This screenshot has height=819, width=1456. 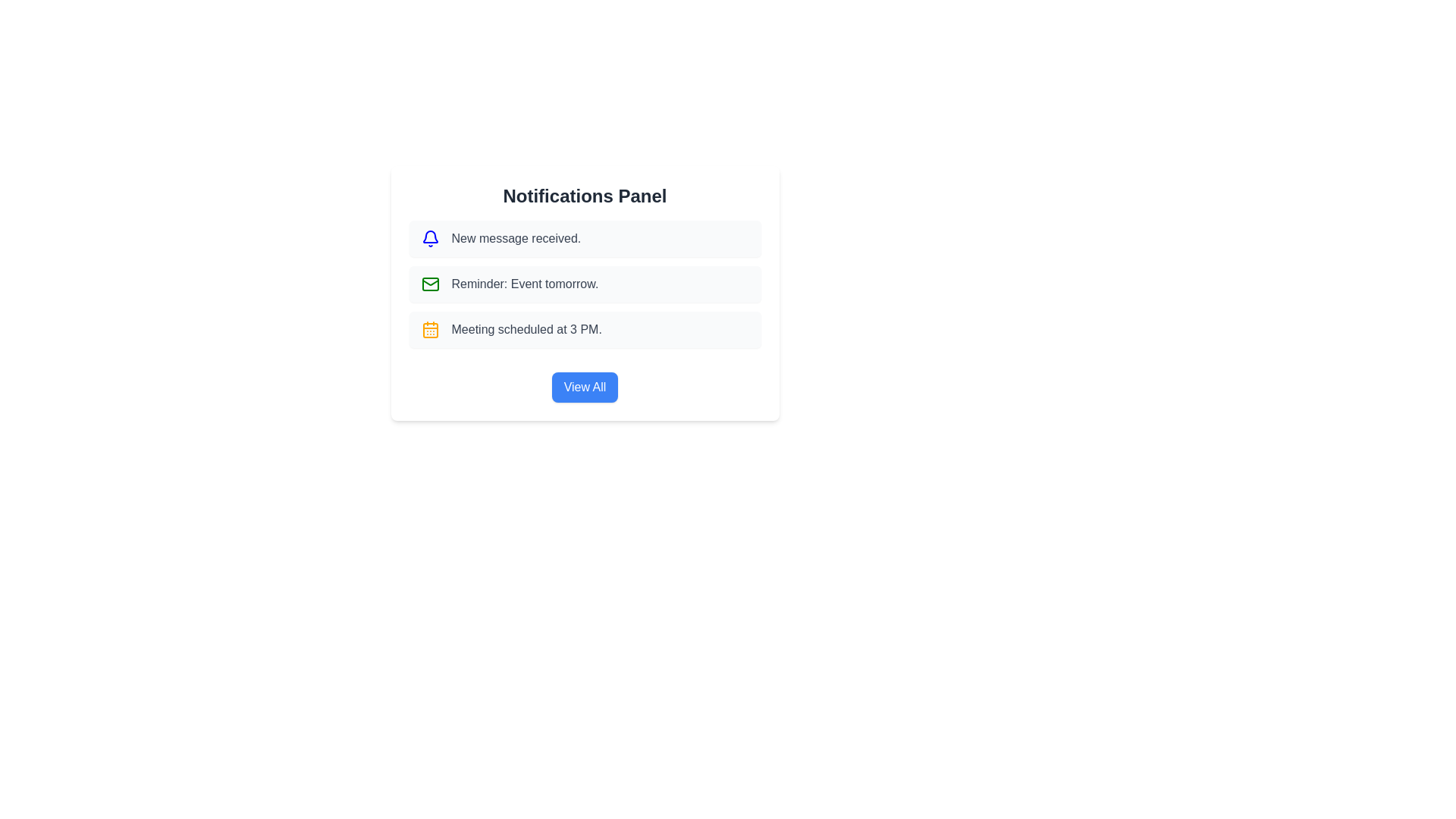 I want to click on text label that displays 'New message received.' in the Notifications Panel, positioned to the right of the bell icon, so click(x=516, y=239).